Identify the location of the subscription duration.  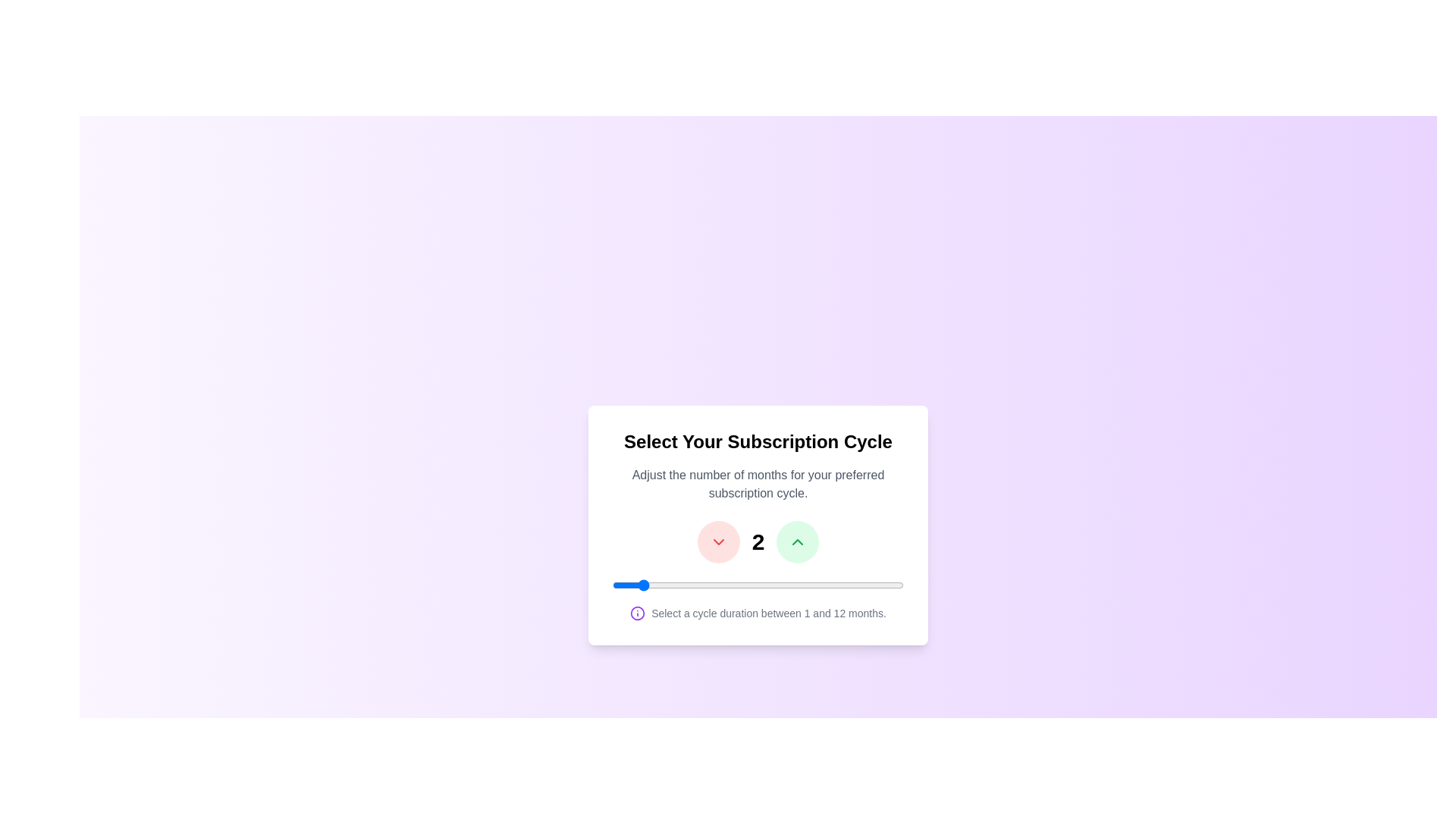
(771, 584).